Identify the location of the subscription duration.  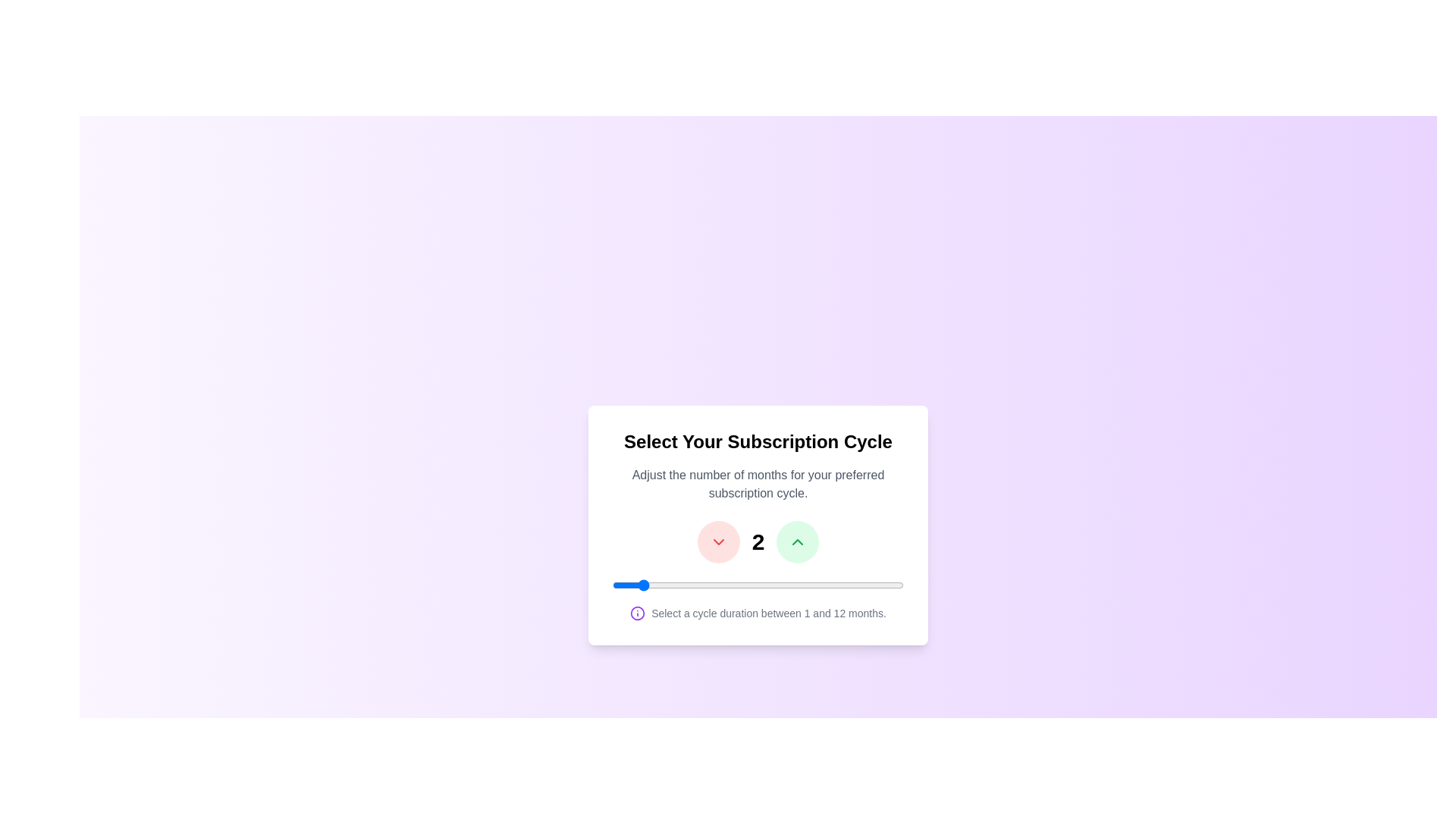
(771, 584).